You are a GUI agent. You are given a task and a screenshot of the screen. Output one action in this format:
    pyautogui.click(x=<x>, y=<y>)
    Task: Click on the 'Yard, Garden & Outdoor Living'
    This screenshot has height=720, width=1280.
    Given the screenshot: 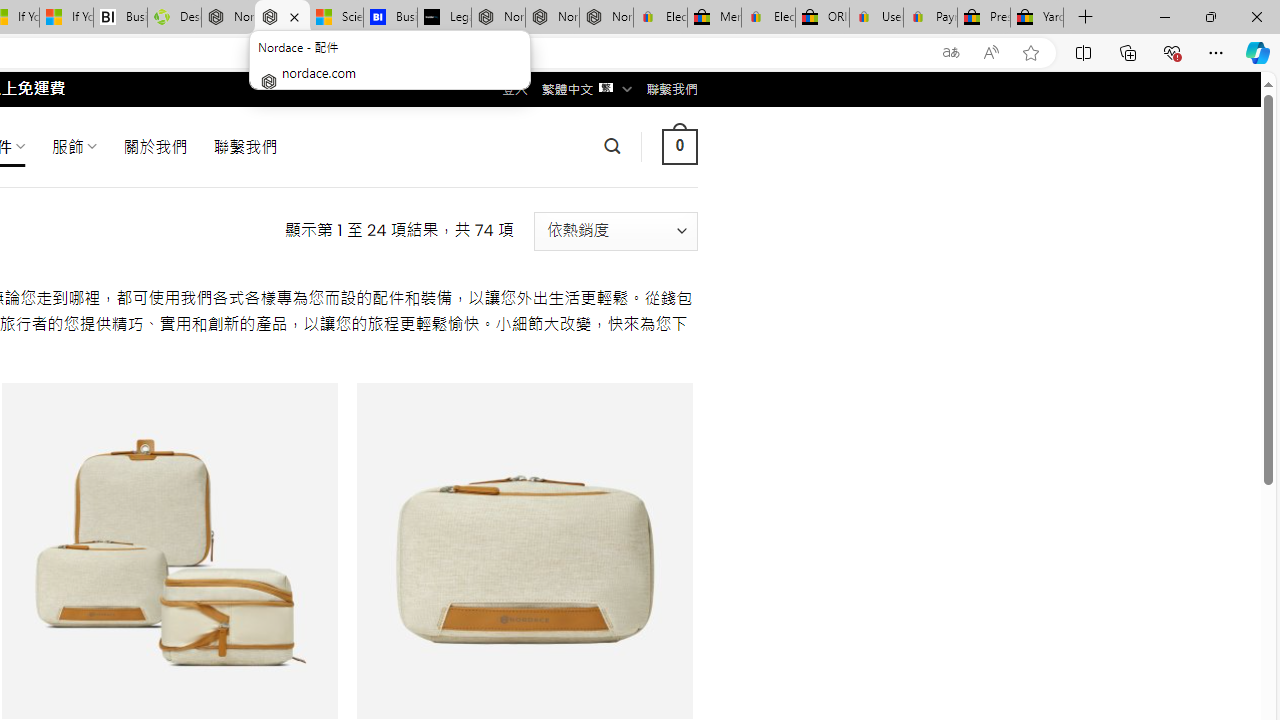 What is the action you would take?
    pyautogui.click(x=1037, y=17)
    